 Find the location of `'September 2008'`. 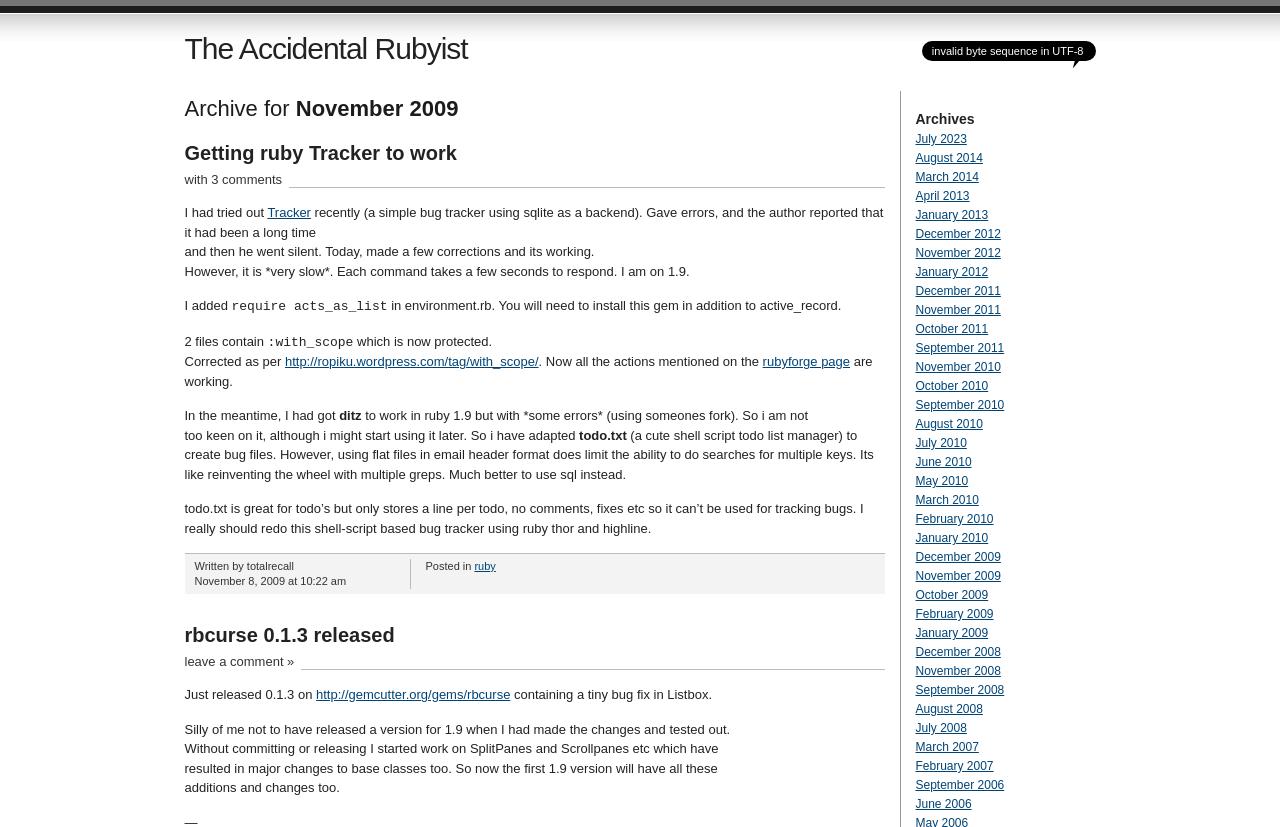

'September 2008' is located at coordinates (913, 688).